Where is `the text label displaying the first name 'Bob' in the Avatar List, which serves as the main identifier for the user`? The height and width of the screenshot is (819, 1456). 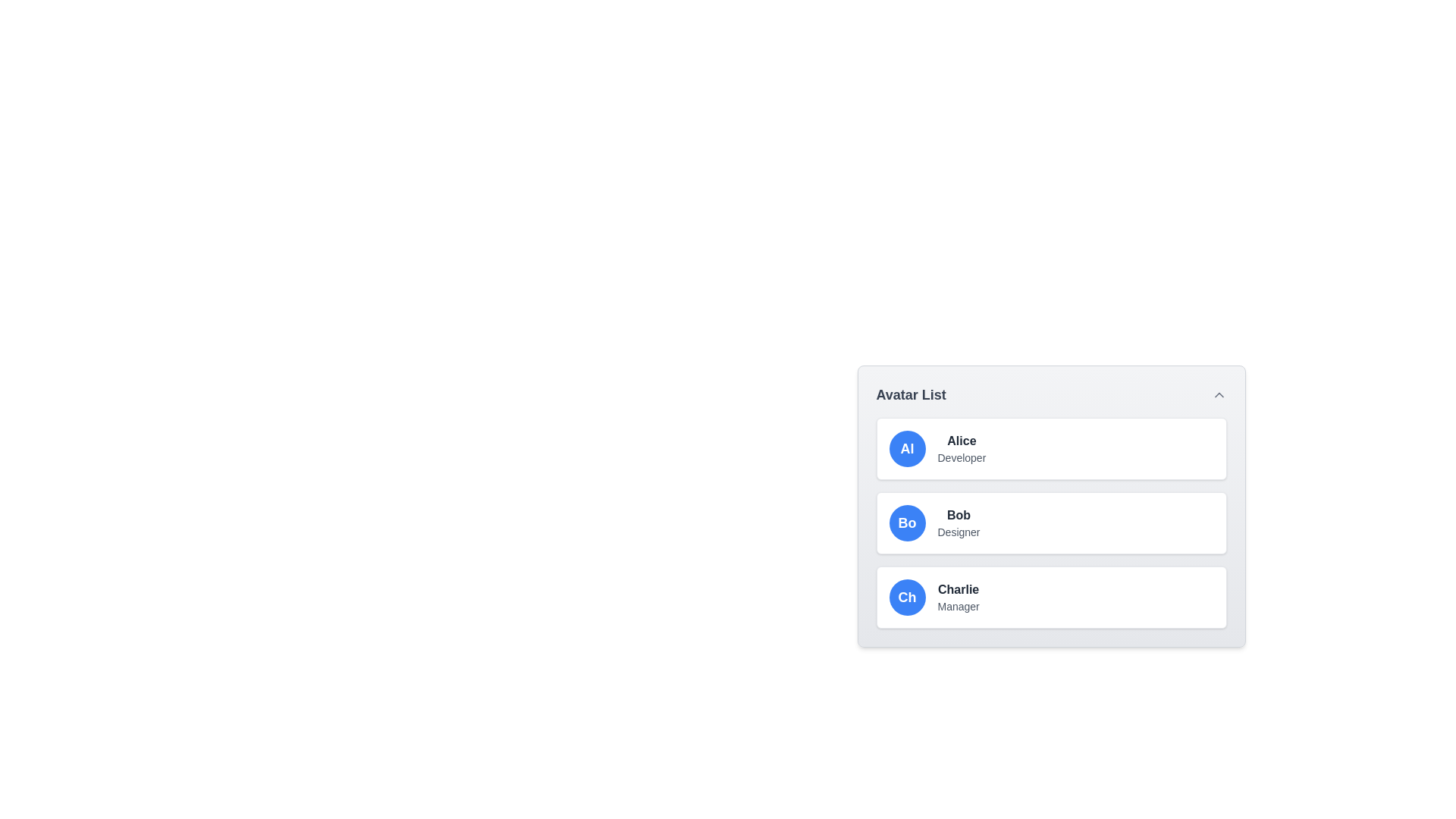
the text label displaying the first name 'Bob' in the Avatar List, which serves as the main identifier for the user is located at coordinates (958, 514).